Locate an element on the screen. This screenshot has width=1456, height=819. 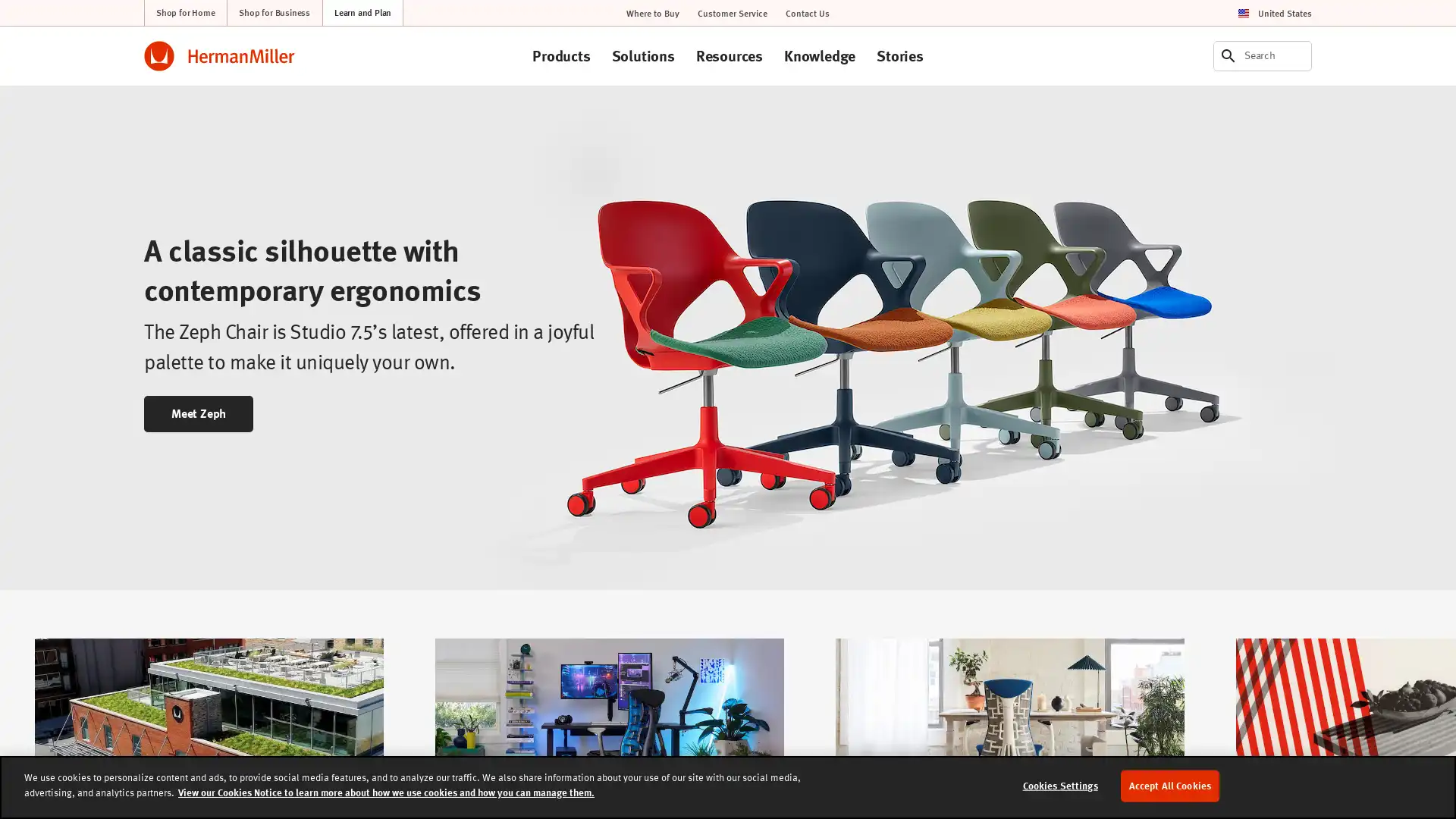
Cookies Settings is located at coordinates (1059, 785).